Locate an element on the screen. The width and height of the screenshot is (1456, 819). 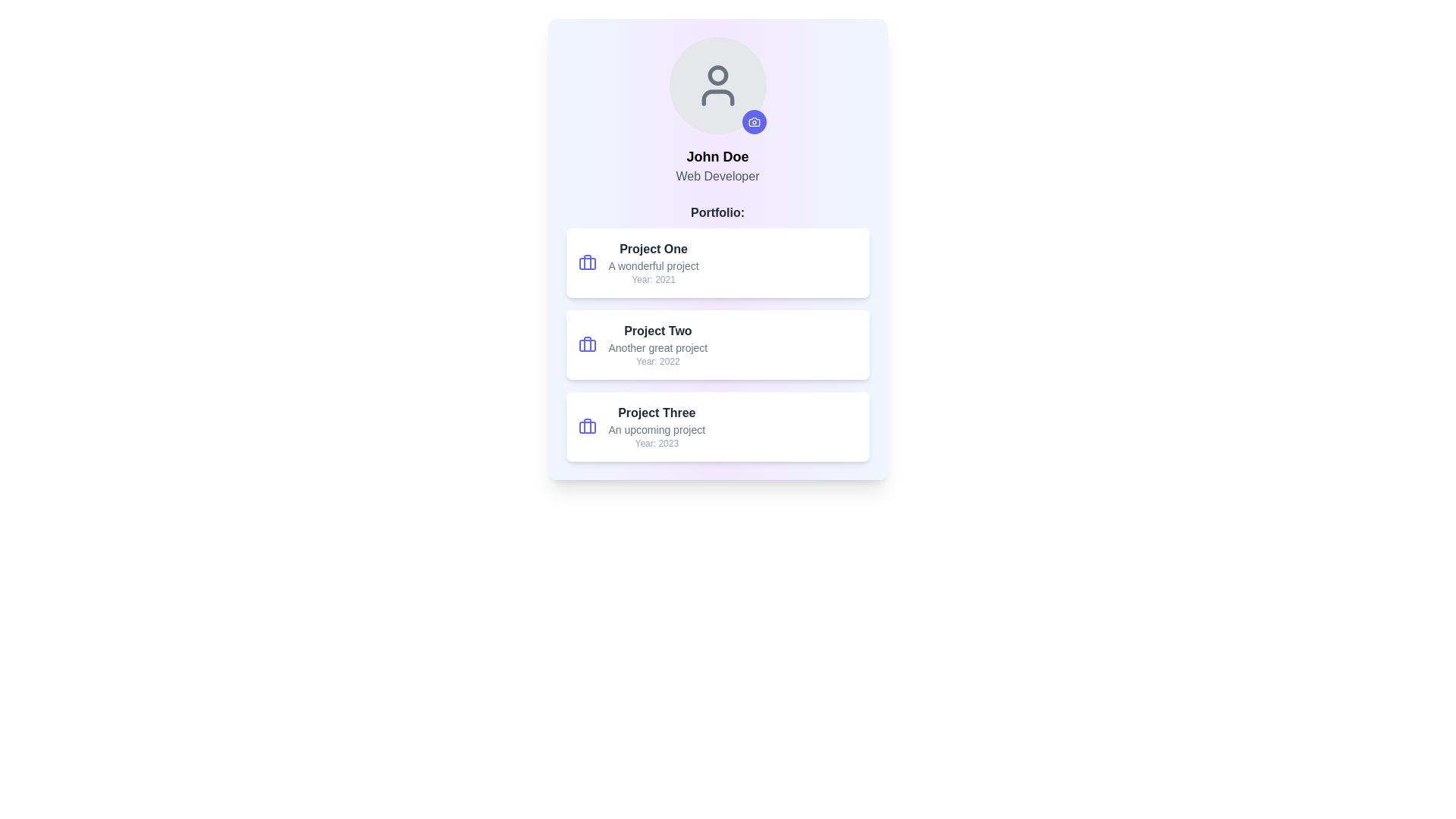
the briefcase icon associated with 'Project Two' is located at coordinates (586, 345).